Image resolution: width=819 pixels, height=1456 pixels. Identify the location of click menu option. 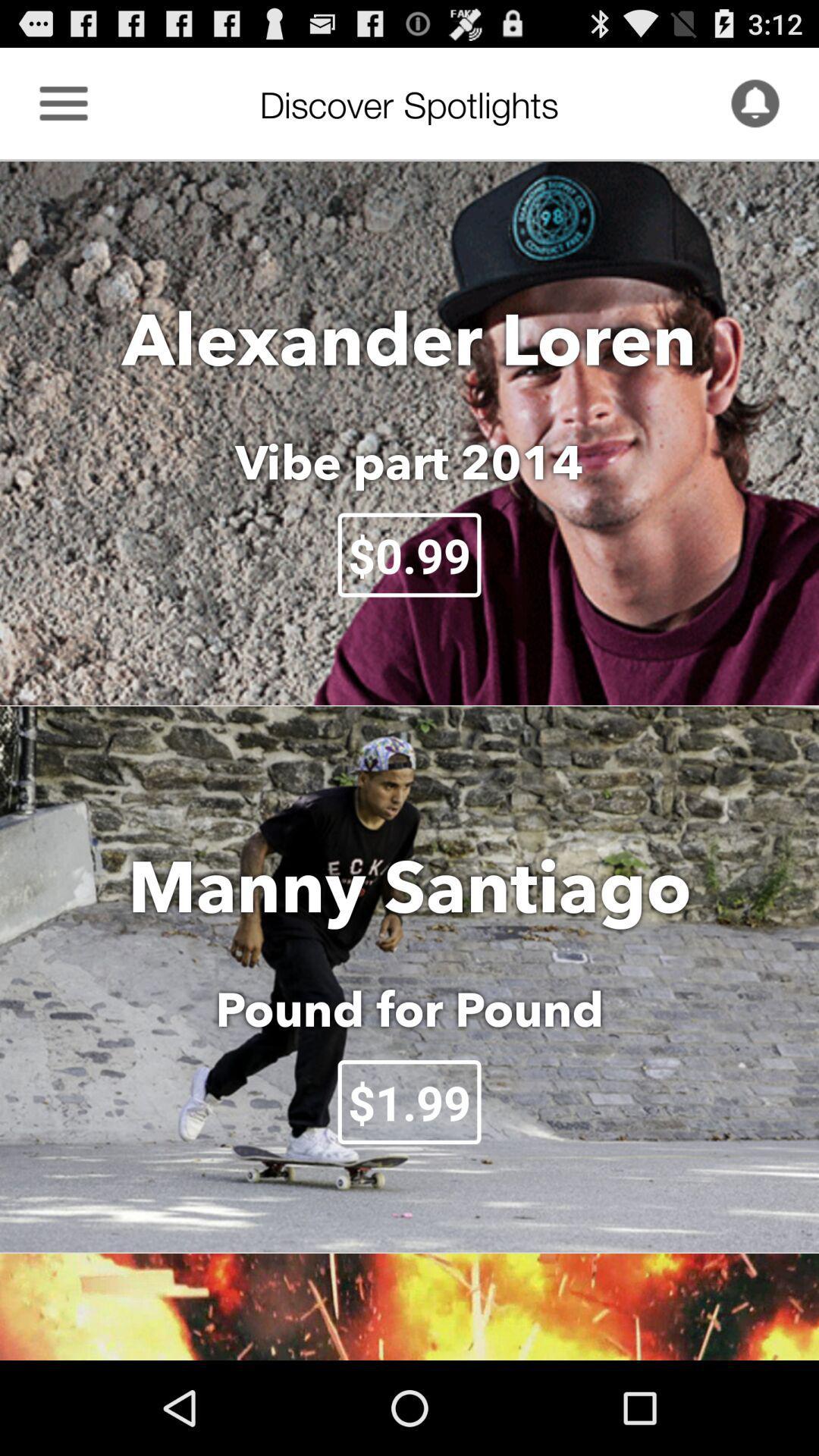
(63, 102).